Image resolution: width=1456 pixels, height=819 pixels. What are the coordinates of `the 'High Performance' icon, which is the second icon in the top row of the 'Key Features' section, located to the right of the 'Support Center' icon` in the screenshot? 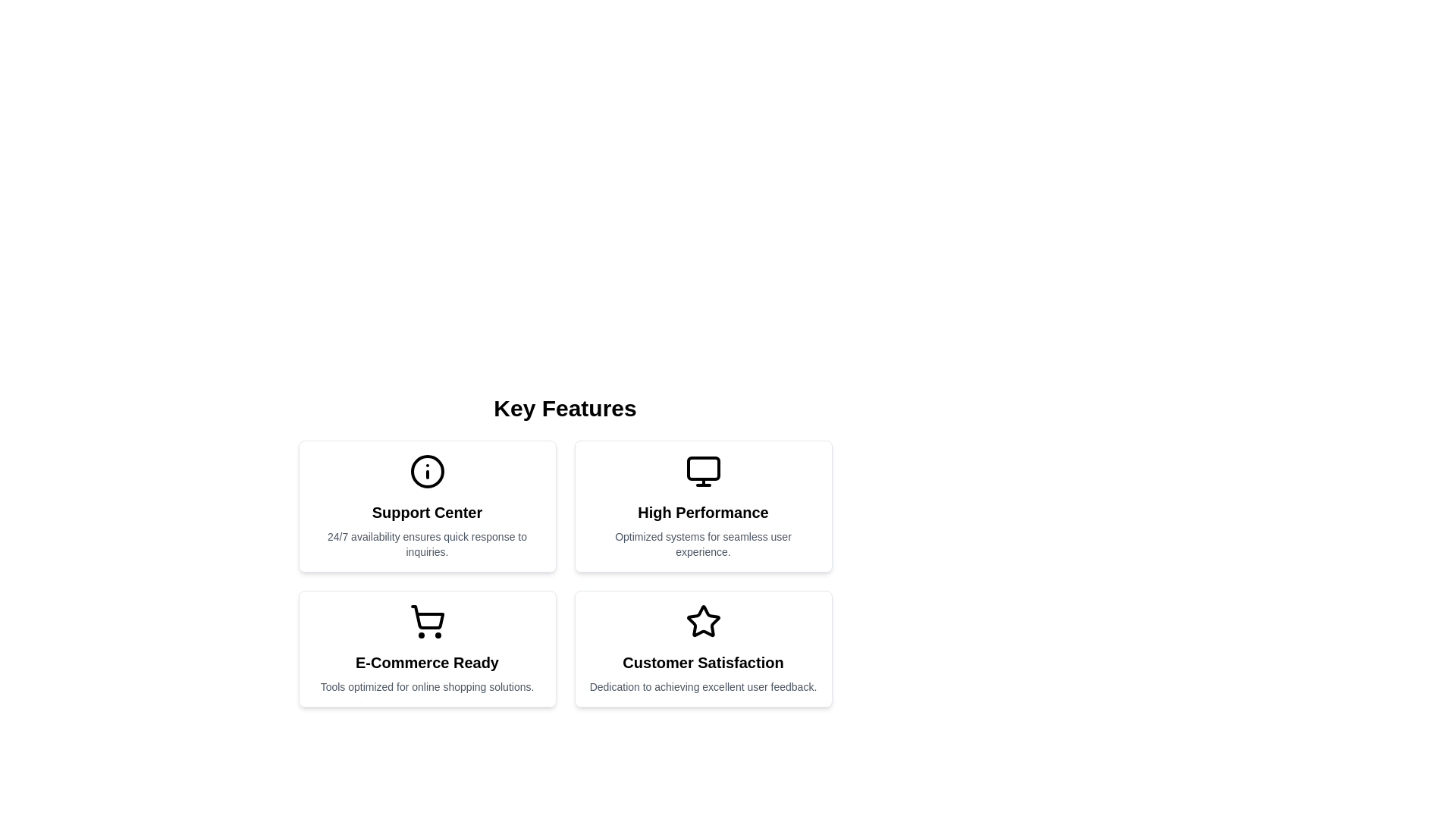 It's located at (702, 470).